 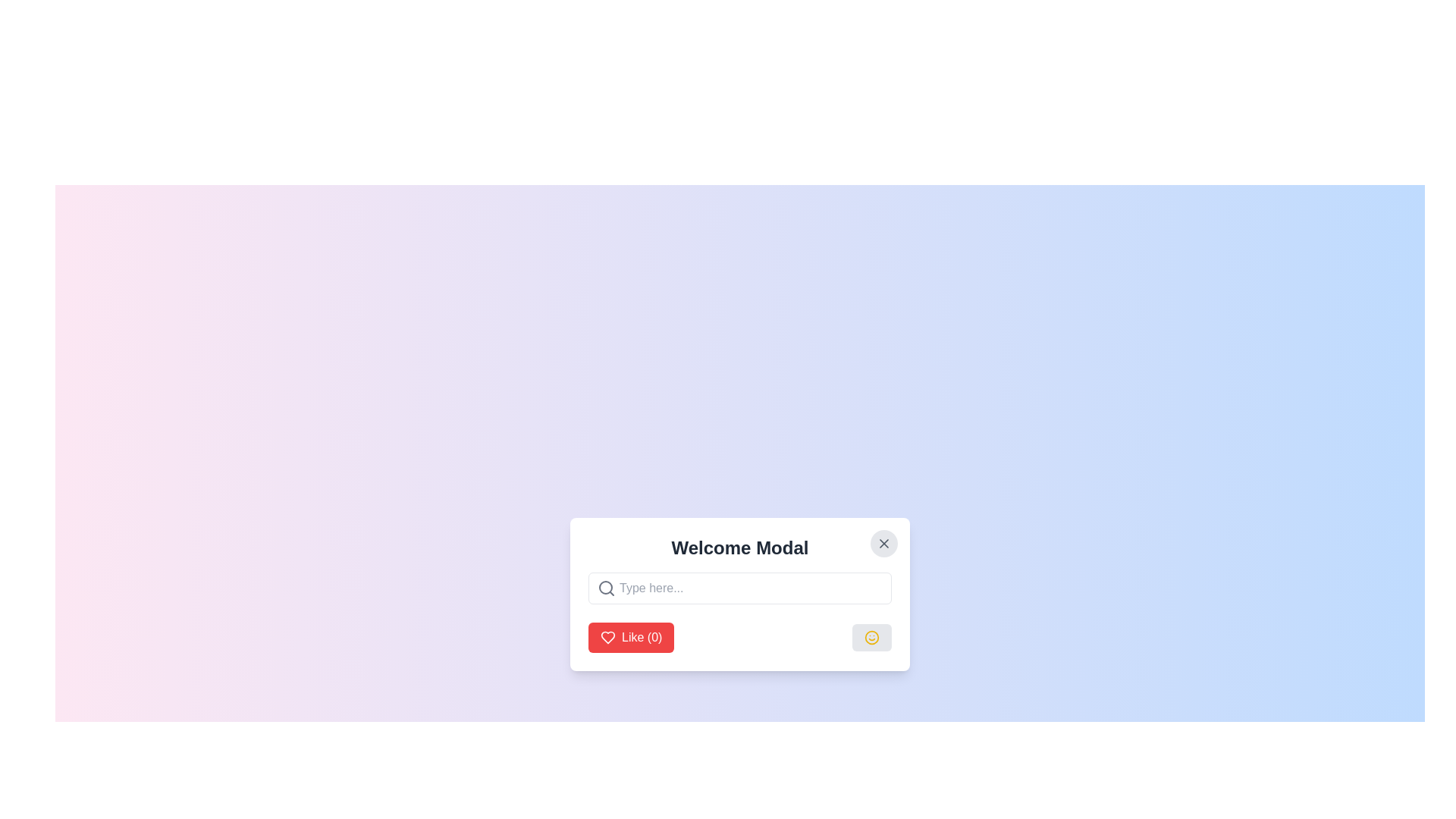 What do you see at coordinates (872, 637) in the screenshot?
I see `the yellow smiley face icon located in the bottom-right corner of the modal dialog, next to the red button labeled 'Like (0)'` at bounding box center [872, 637].